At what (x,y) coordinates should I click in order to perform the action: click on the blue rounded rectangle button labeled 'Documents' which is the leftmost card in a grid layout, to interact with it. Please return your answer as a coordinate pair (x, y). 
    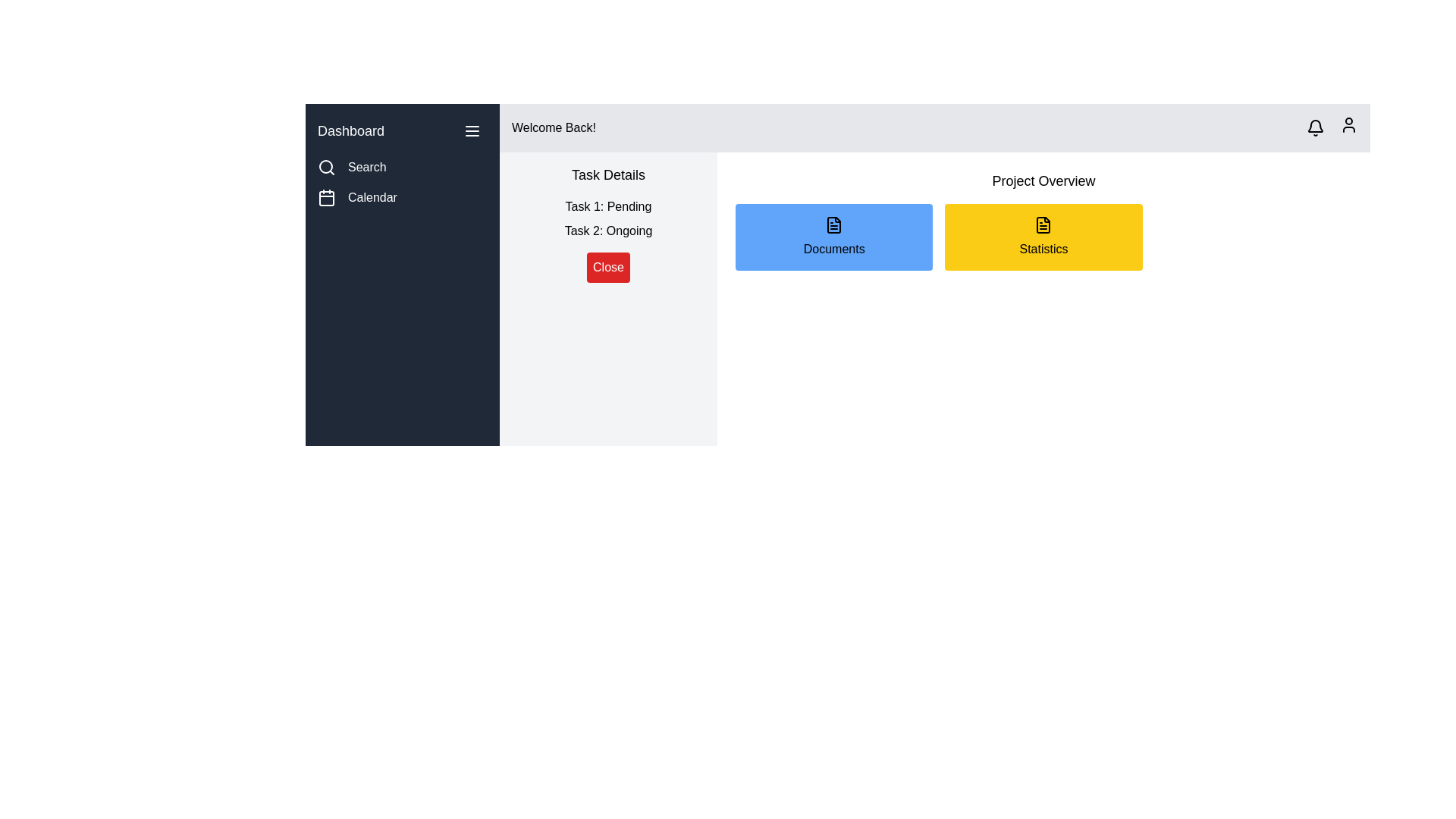
    Looking at the image, I should click on (833, 237).